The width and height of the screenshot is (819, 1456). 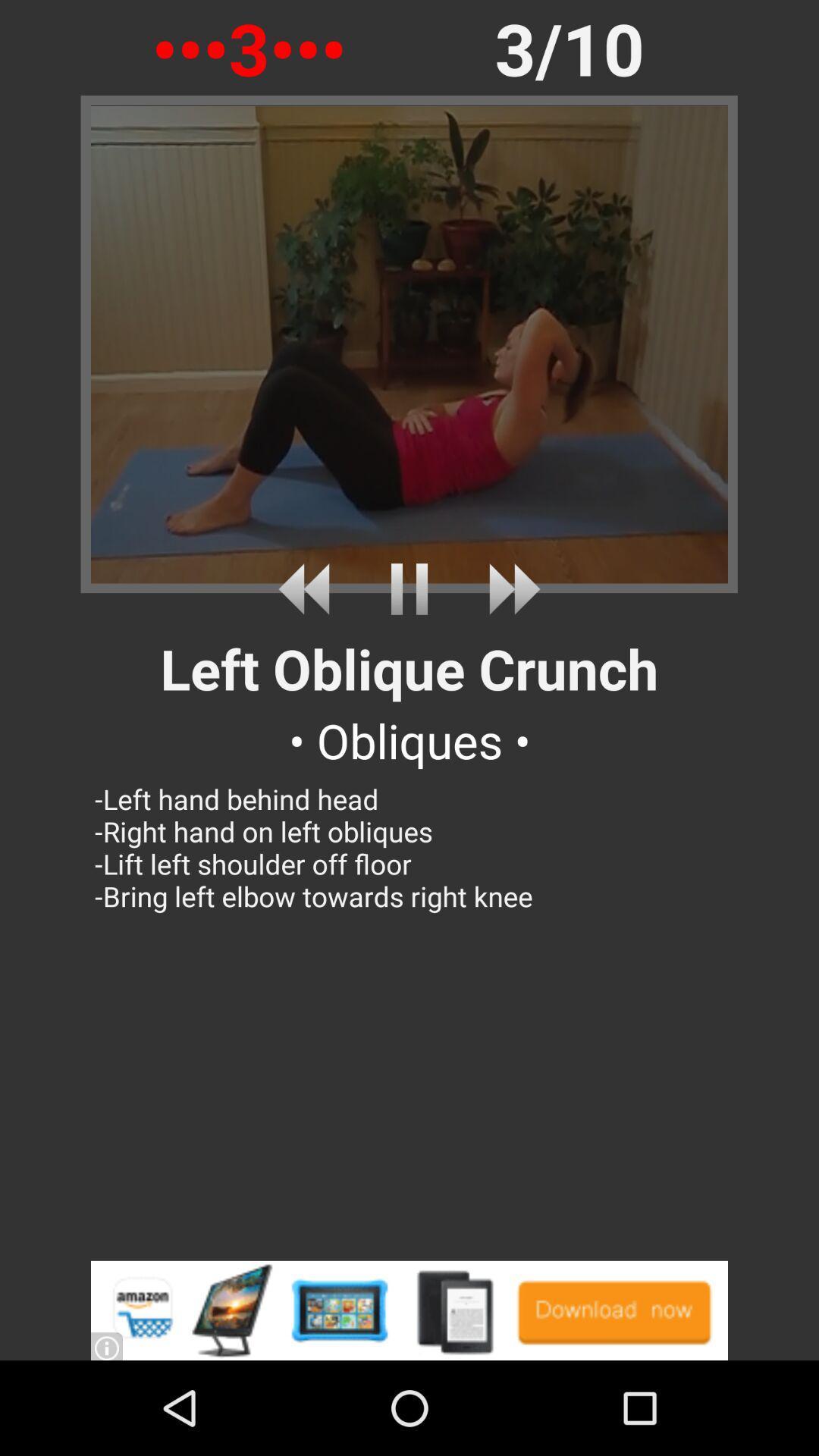 What do you see at coordinates (509, 588) in the screenshot?
I see `fast forward` at bounding box center [509, 588].